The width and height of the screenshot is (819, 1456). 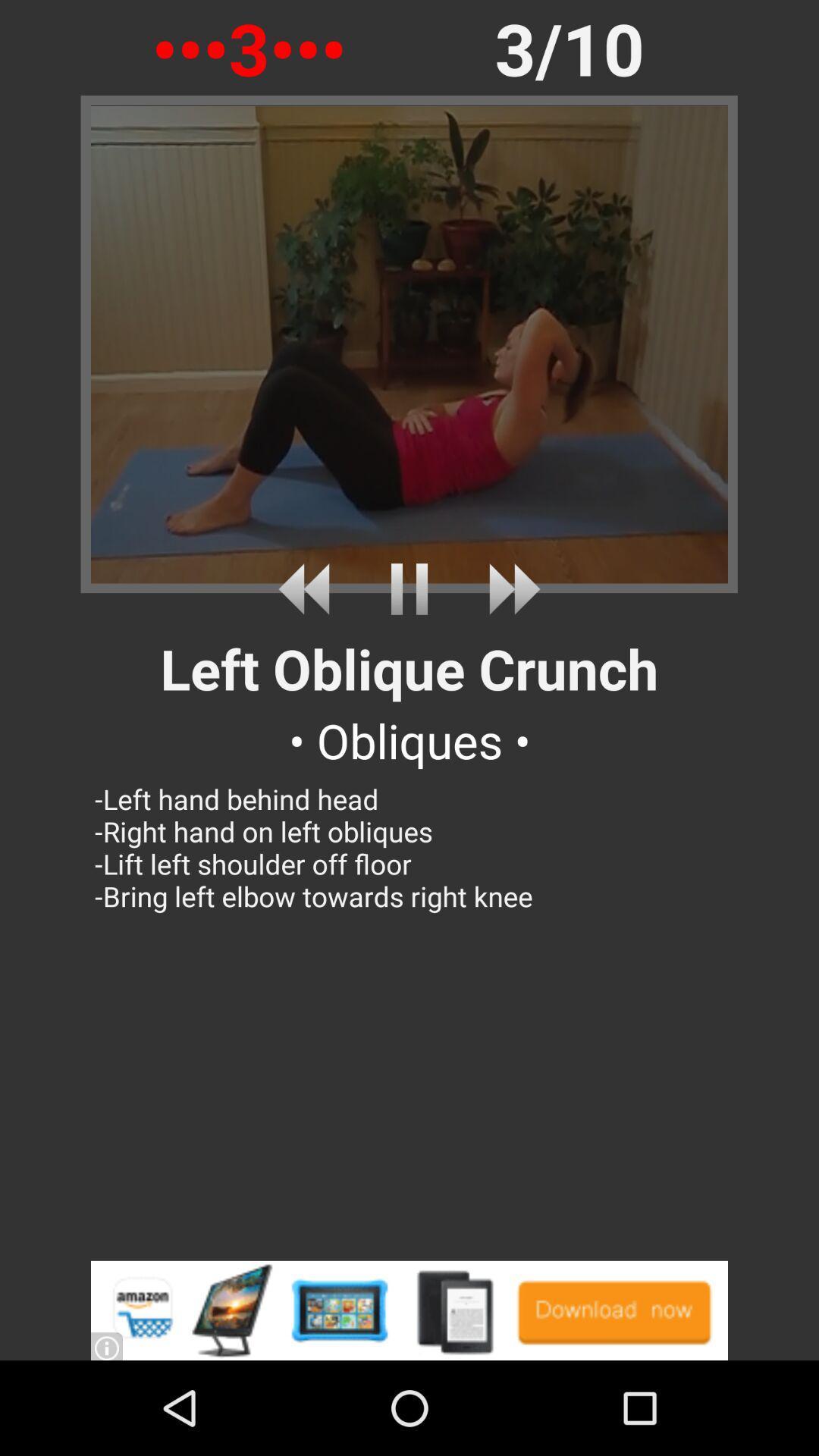 What do you see at coordinates (509, 588) in the screenshot?
I see `fast forward` at bounding box center [509, 588].